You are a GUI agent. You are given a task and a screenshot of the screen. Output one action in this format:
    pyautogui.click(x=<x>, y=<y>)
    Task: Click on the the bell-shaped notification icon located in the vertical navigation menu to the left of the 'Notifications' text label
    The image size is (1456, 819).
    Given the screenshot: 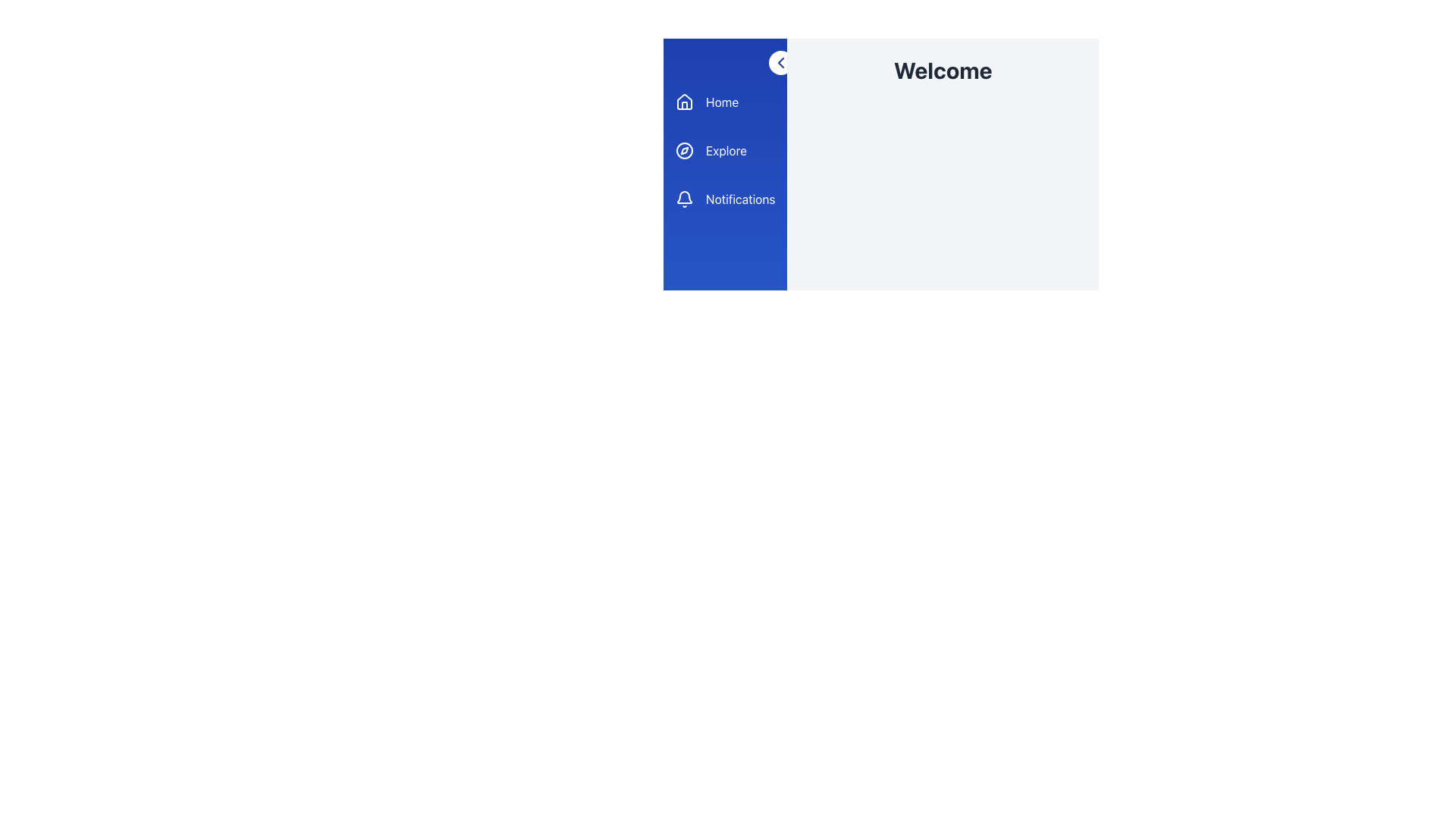 What is the action you would take?
    pyautogui.click(x=683, y=198)
    